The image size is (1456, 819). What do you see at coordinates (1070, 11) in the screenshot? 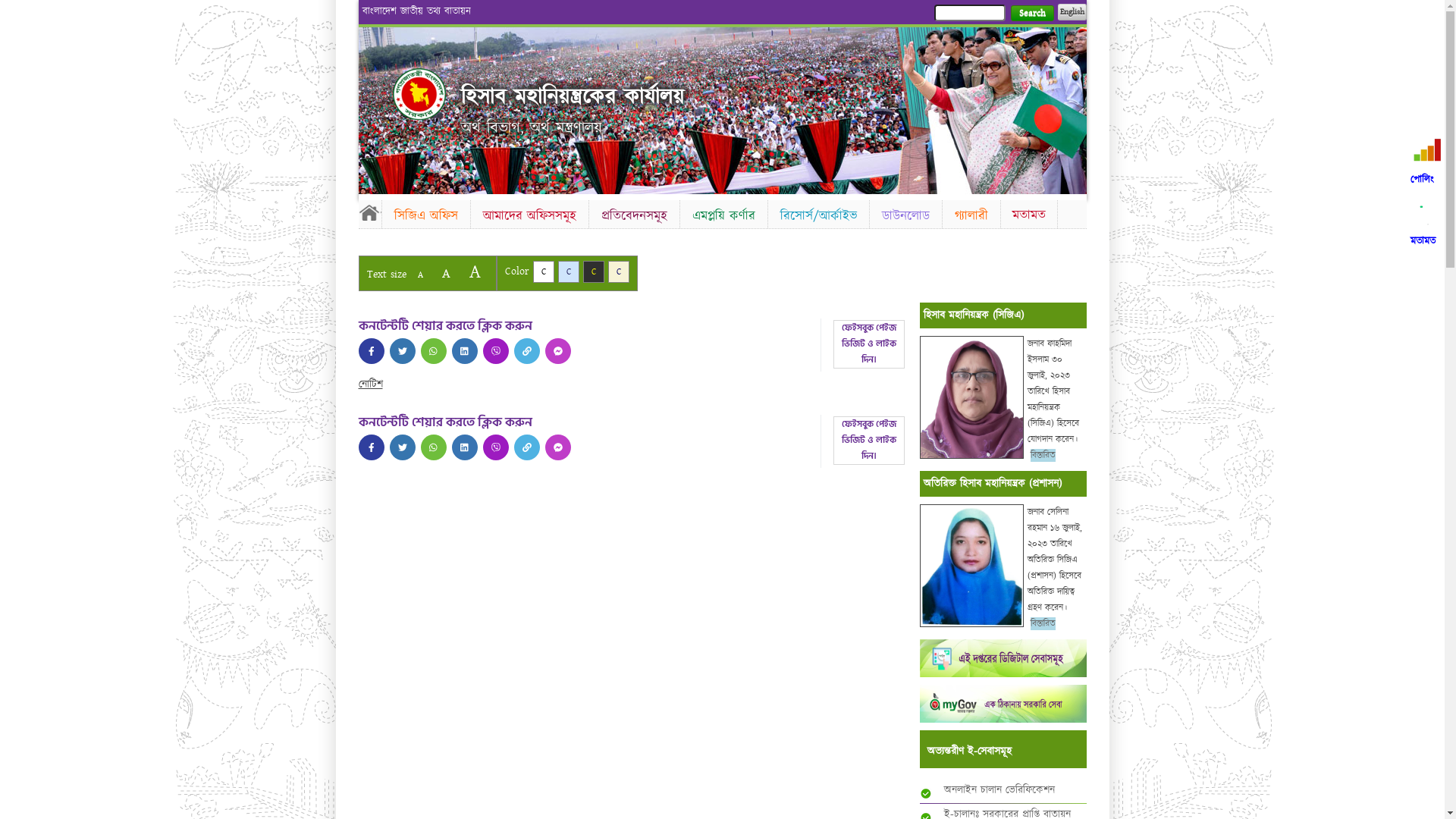
I see `'English'` at bounding box center [1070, 11].